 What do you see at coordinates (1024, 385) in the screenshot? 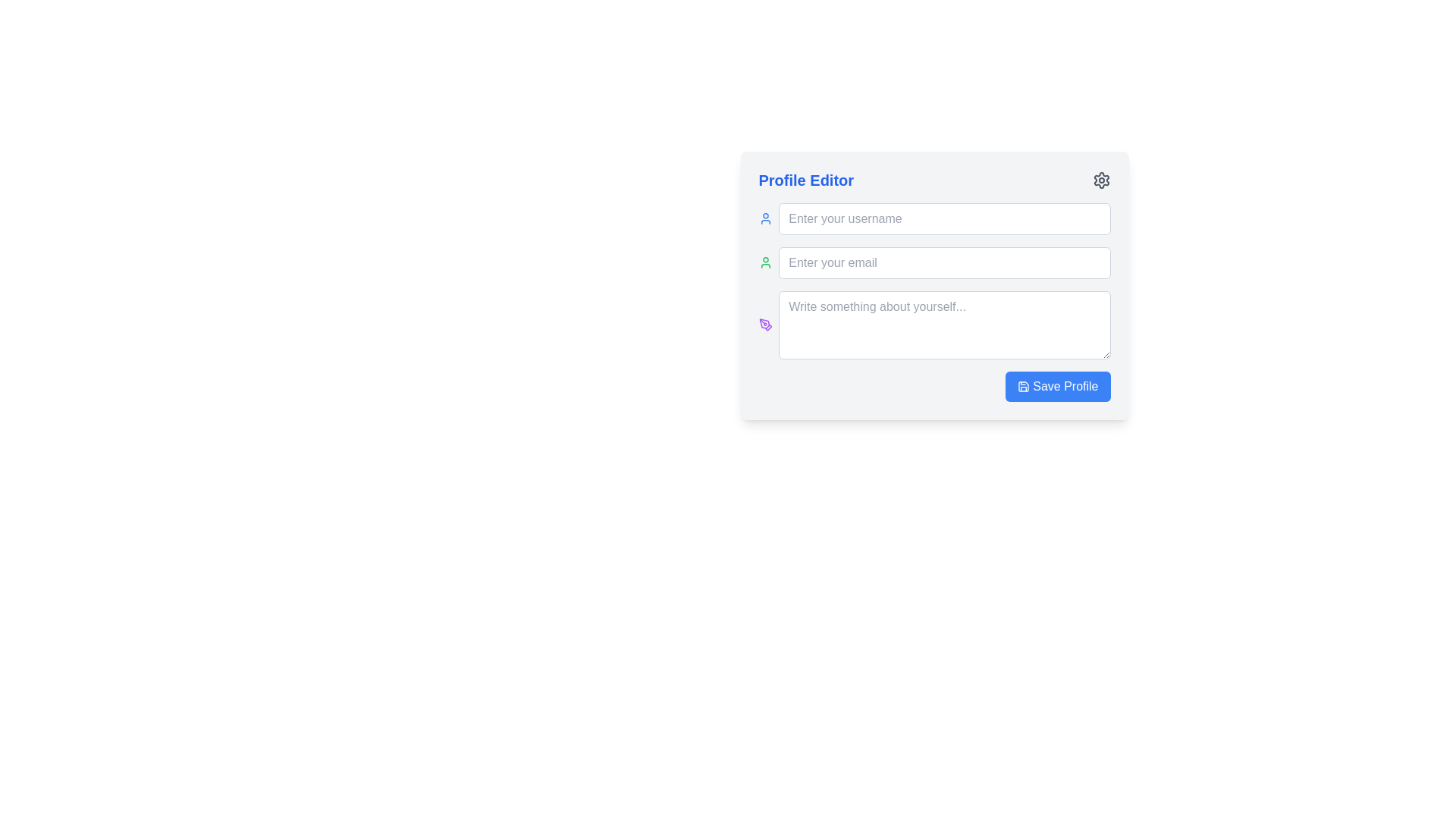
I see `the blue floppy disk icon located to the left of the 'Save Profile' button in the 'Profile Editor' interface` at bounding box center [1024, 385].